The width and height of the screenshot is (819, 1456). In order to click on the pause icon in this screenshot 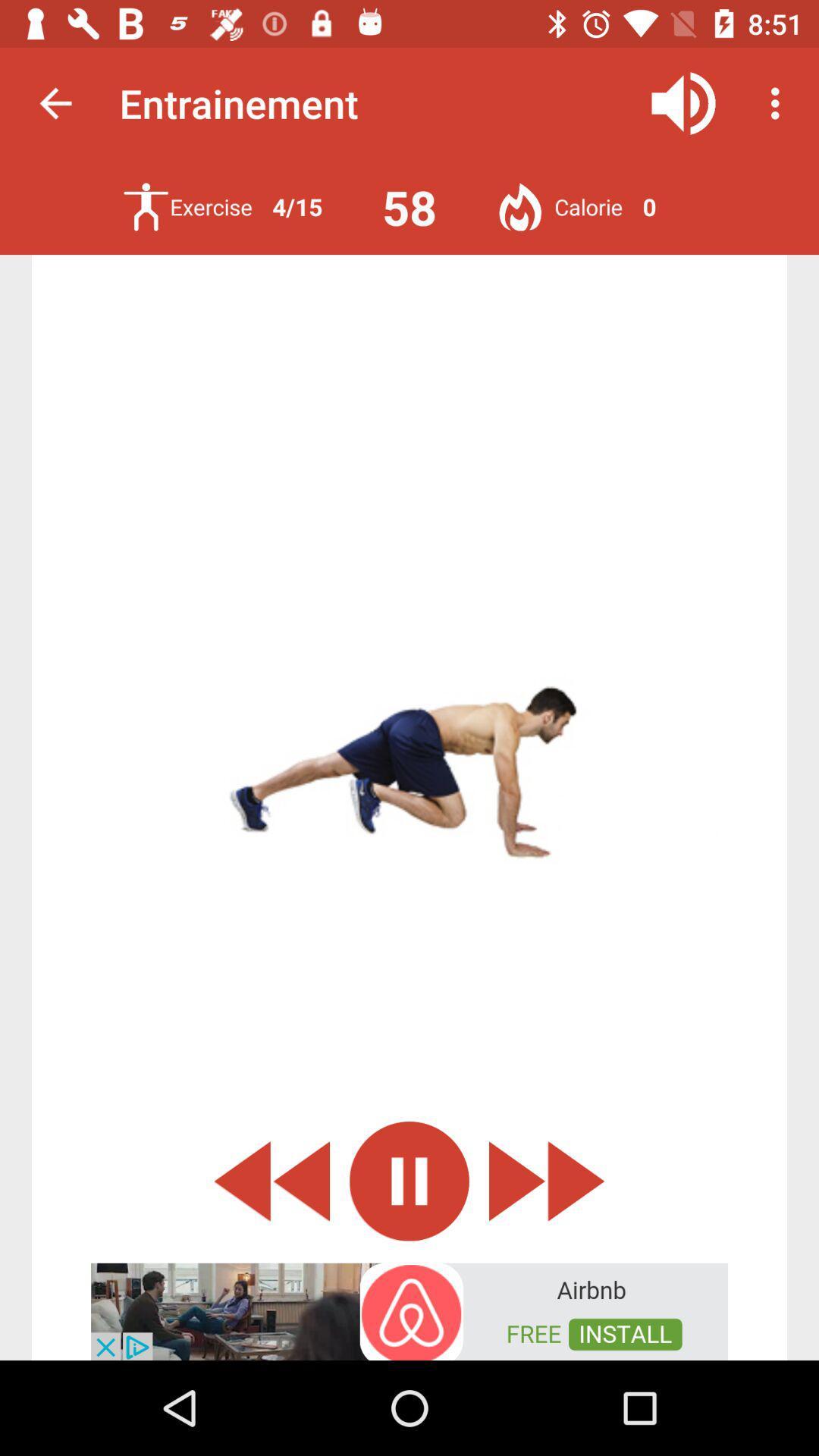, I will do `click(409, 1180)`.